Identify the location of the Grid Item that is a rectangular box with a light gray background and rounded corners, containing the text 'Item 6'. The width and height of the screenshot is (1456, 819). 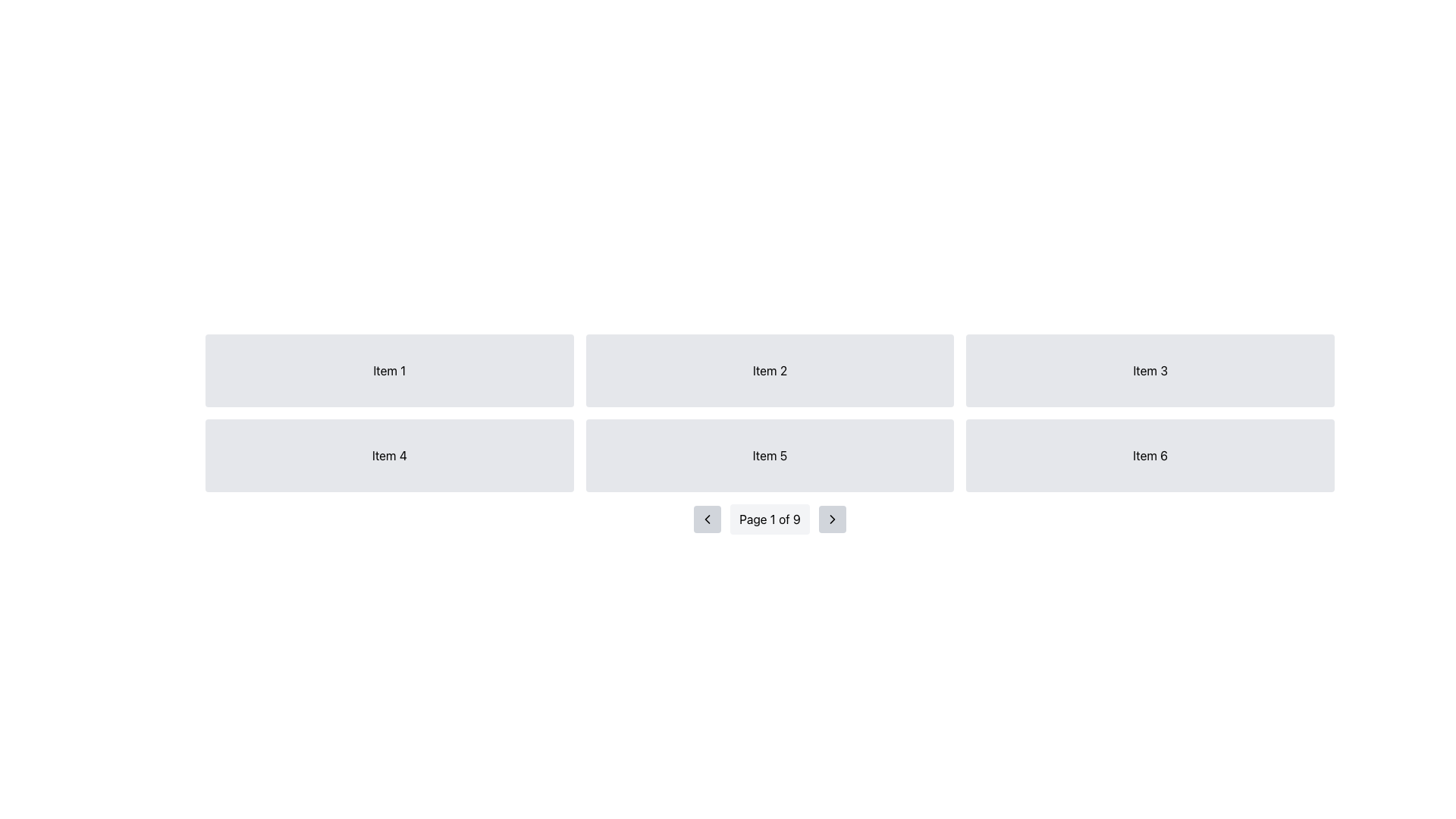
(1150, 455).